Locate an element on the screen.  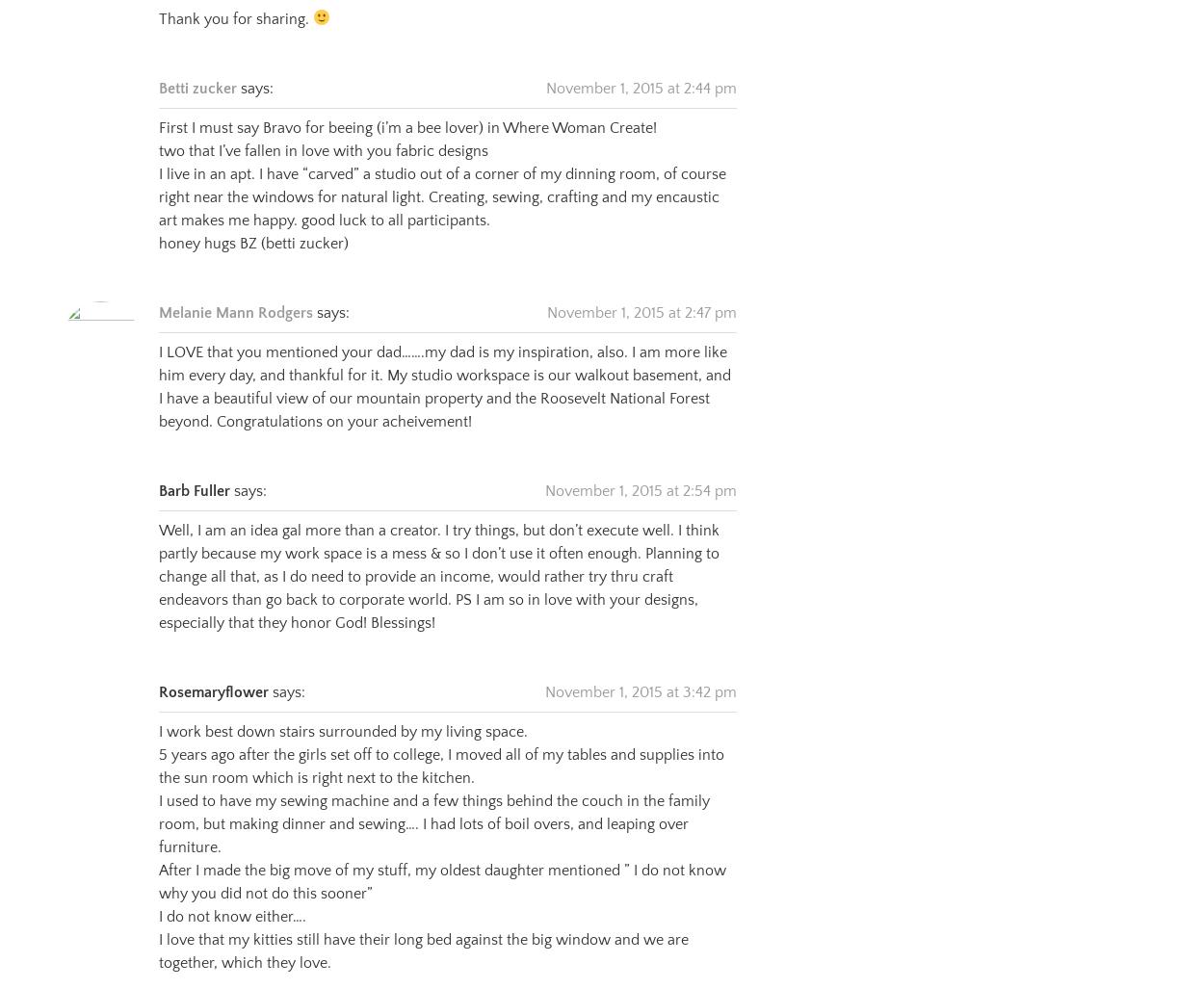
'Well, I am an idea gal more than a creator. I try things, but don’t execute well. I think partly because my work space is a mess & so I don’t use it often enough. Planning to change all that, as I do need to provide an income, would rather try thru craft endeavors than go back to corporate world. PS I am so in love with your designs, especially that they honor God! Blessings!' is located at coordinates (438, 552).